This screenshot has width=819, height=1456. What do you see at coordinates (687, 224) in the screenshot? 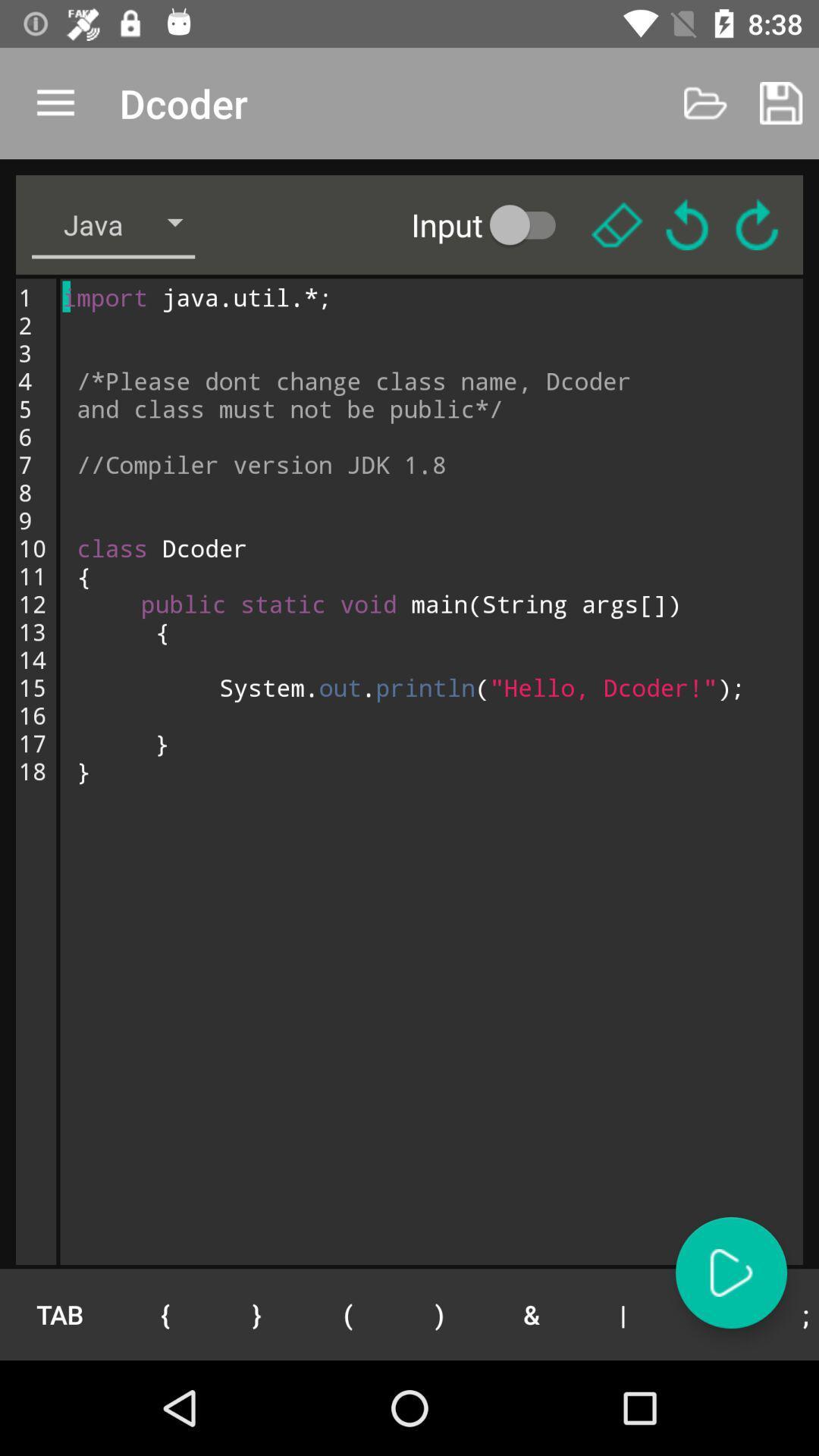
I see `the refresh icon` at bounding box center [687, 224].